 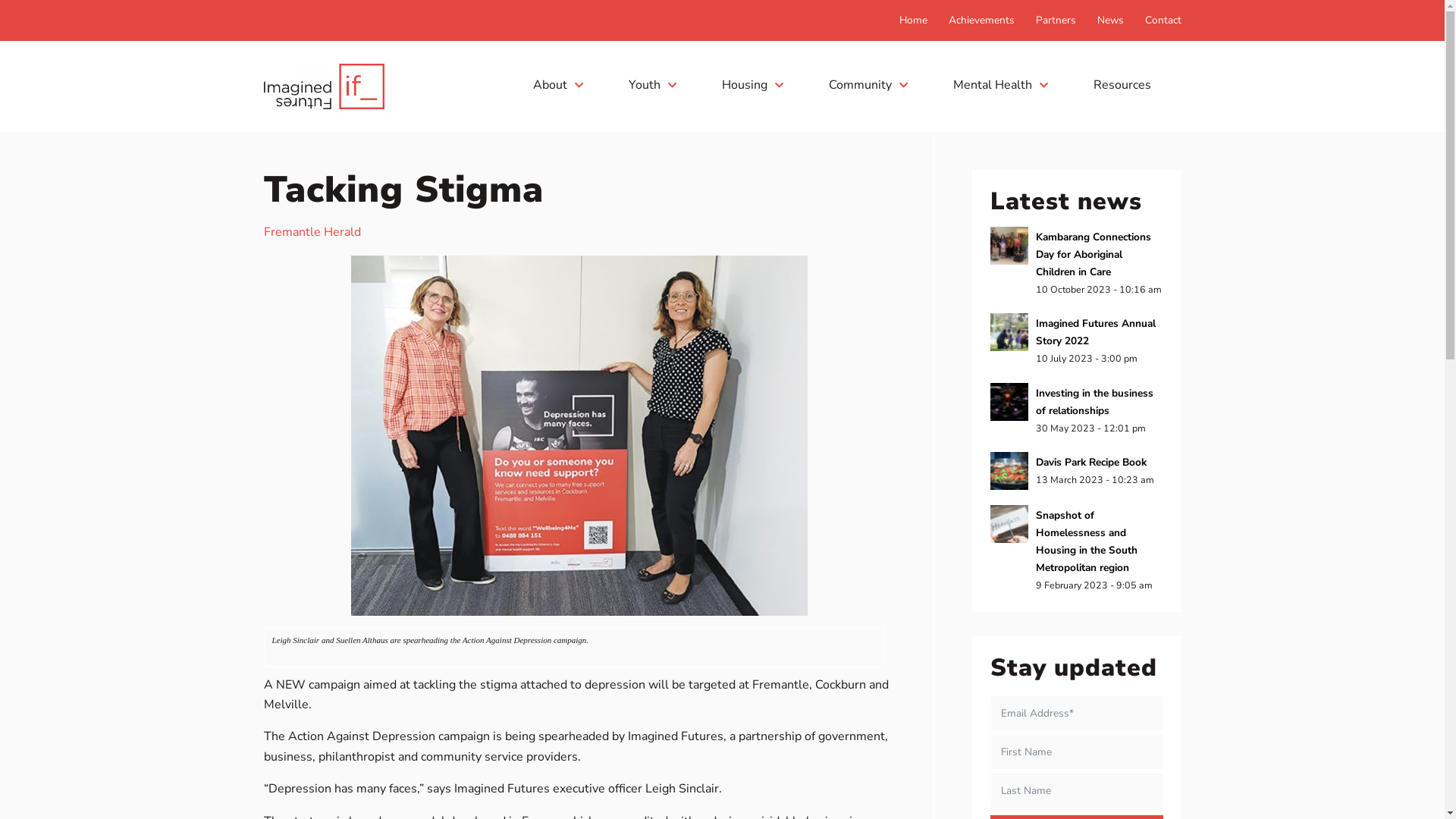 I want to click on 'Fremantle Herald', so click(x=263, y=231).